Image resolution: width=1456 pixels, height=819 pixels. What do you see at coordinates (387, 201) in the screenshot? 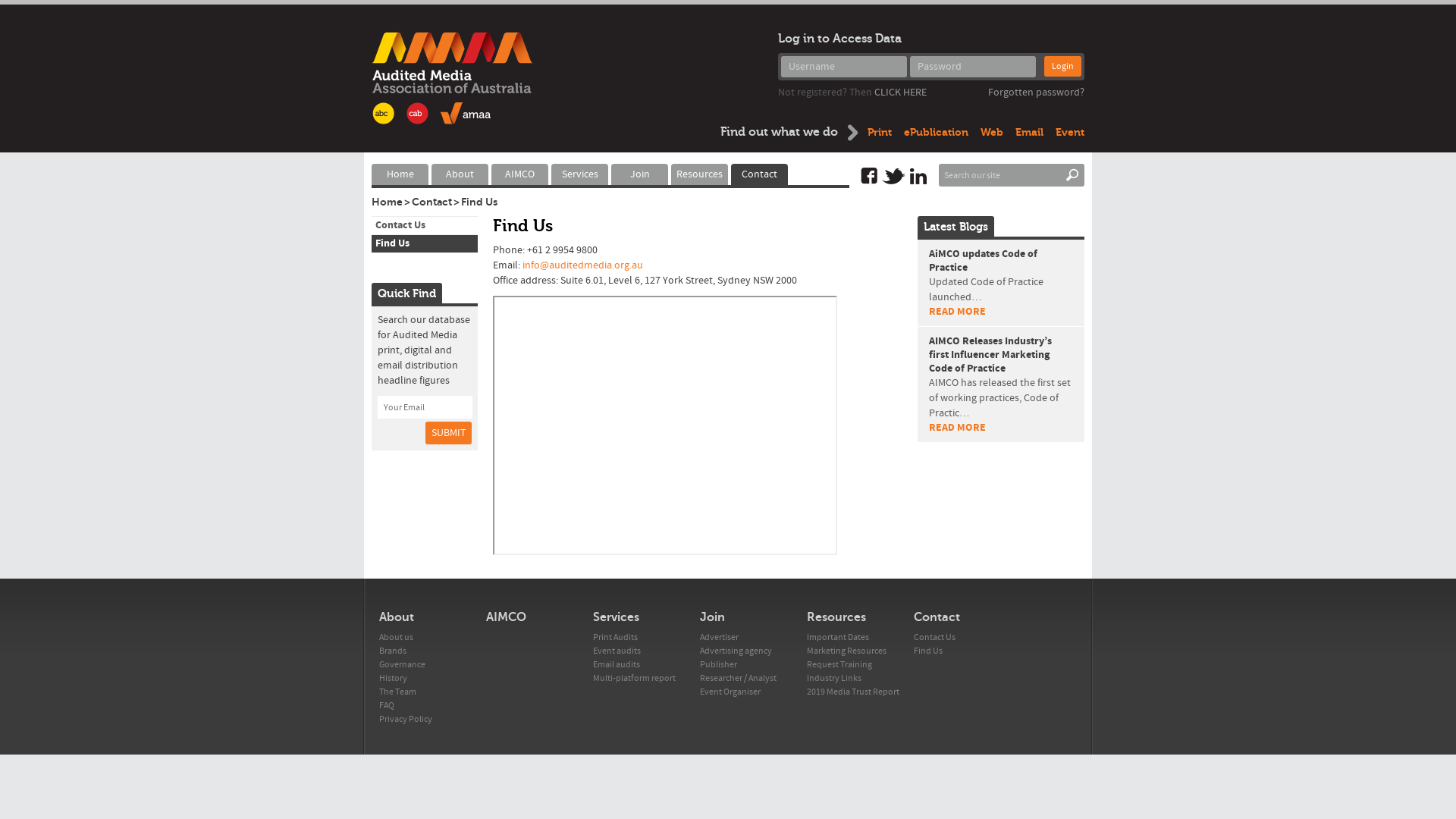
I see `'Home'` at bounding box center [387, 201].